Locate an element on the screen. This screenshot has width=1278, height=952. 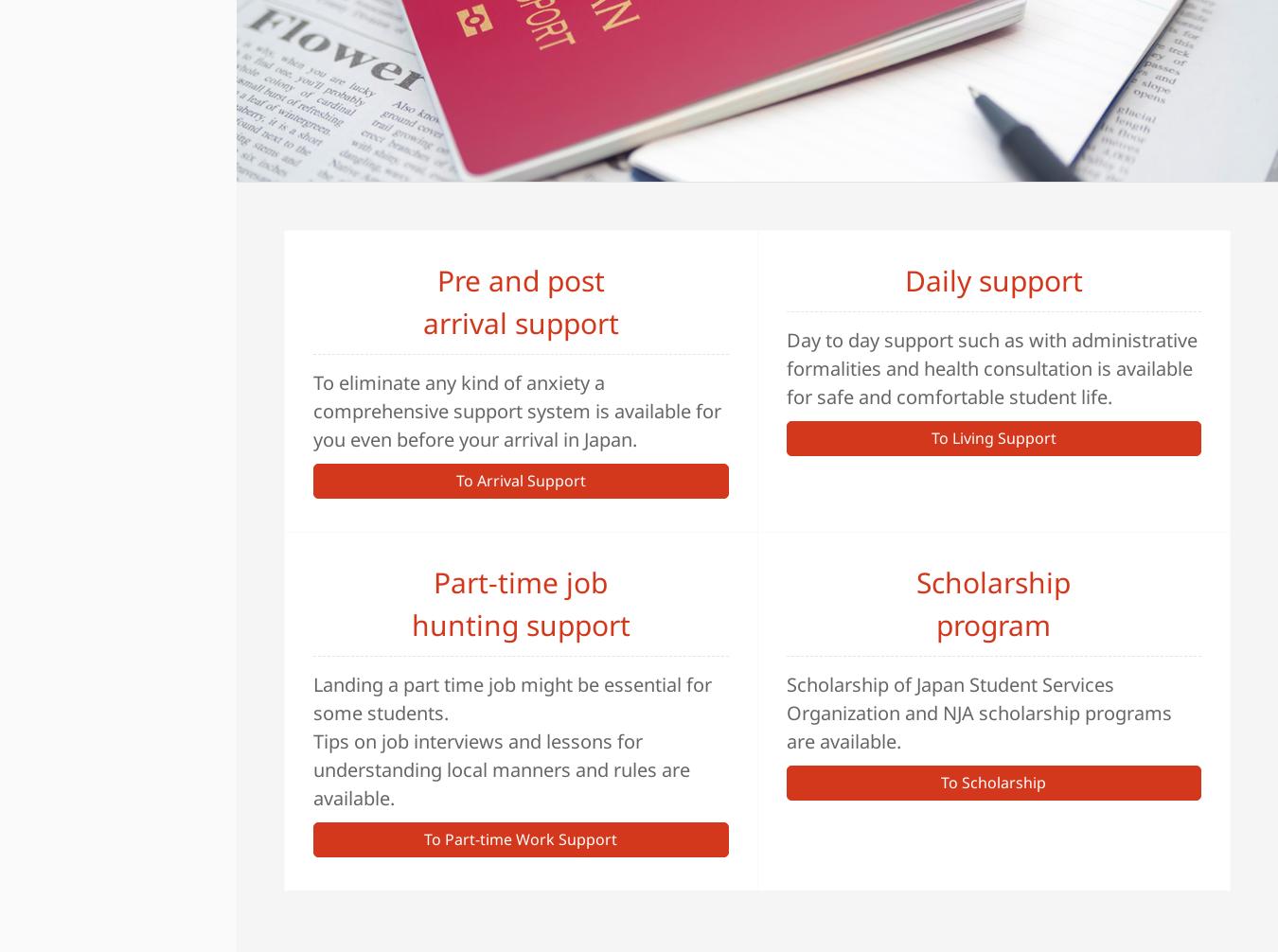
'Pre and post' is located at coordinates (519, 278).